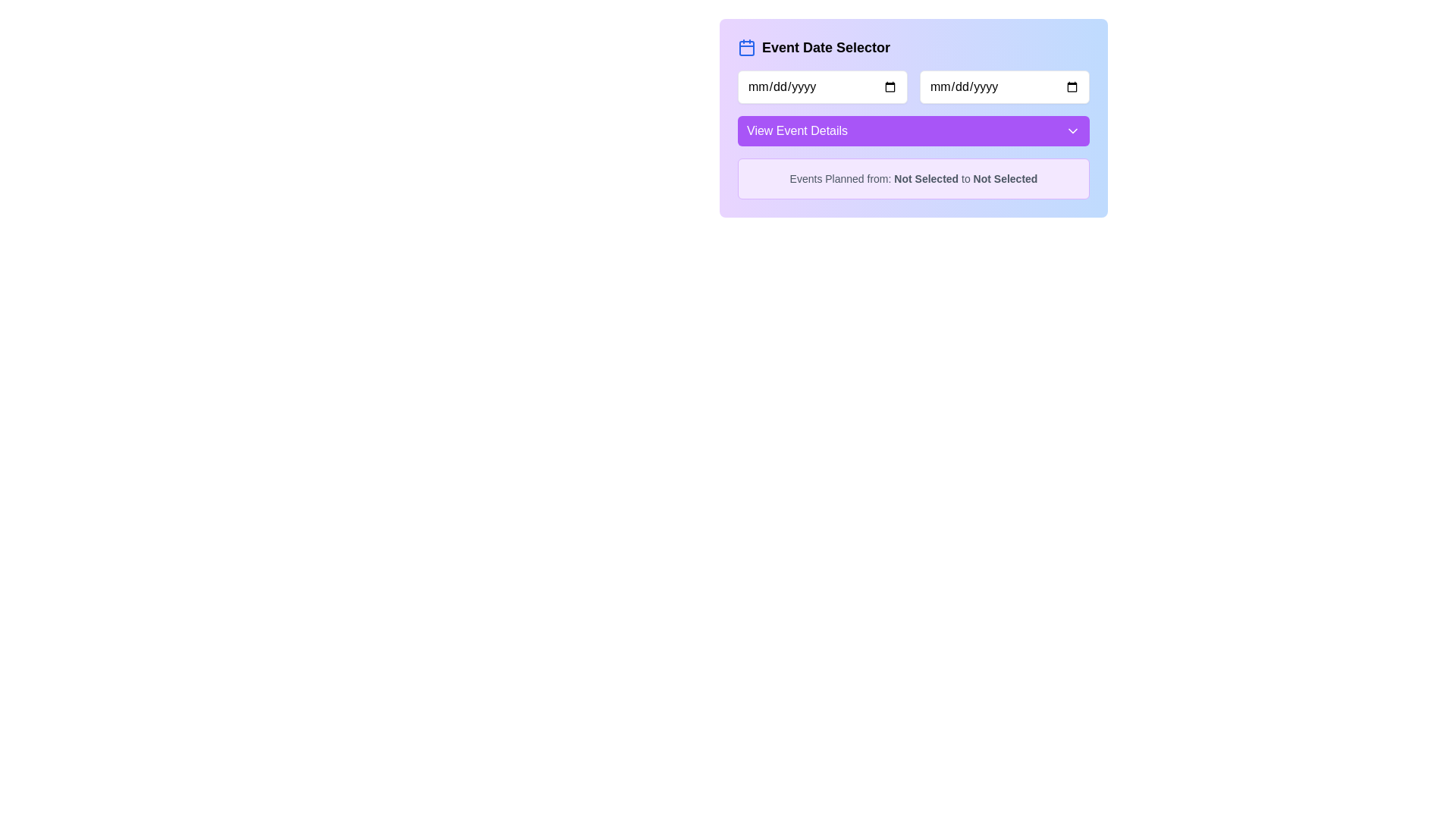  What do you see at coordinates (912, 177) in the screenshot?
I see `the text element displaying 'Events Planned from: Not Selected to Not Selected', which is styled in light gray and located within a rounded rectangle with a purple background` at bounding box center [912, 177].